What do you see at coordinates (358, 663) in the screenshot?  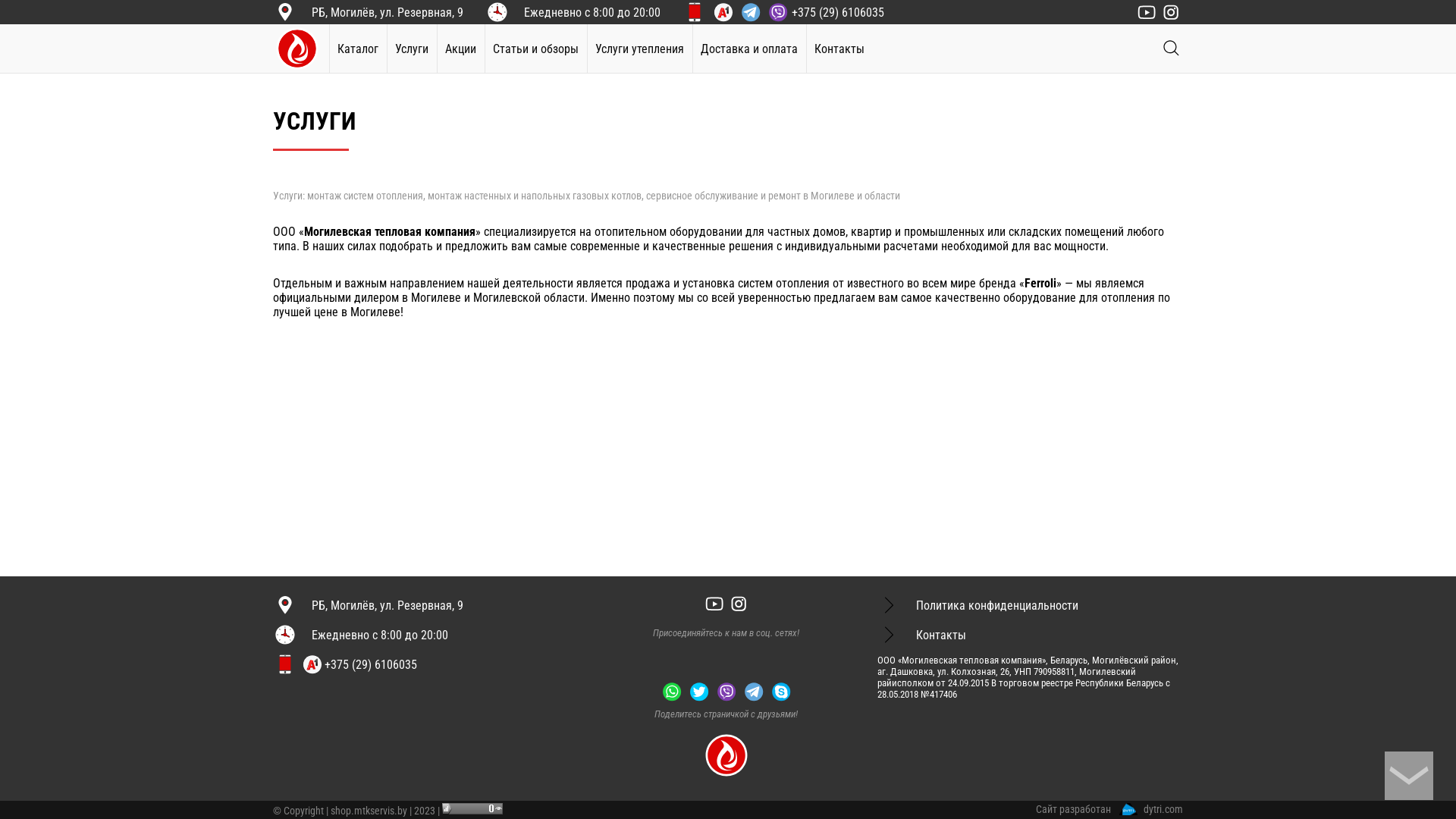 I see `'+375 (29) 6106035'` at bounding box center [358, 663].